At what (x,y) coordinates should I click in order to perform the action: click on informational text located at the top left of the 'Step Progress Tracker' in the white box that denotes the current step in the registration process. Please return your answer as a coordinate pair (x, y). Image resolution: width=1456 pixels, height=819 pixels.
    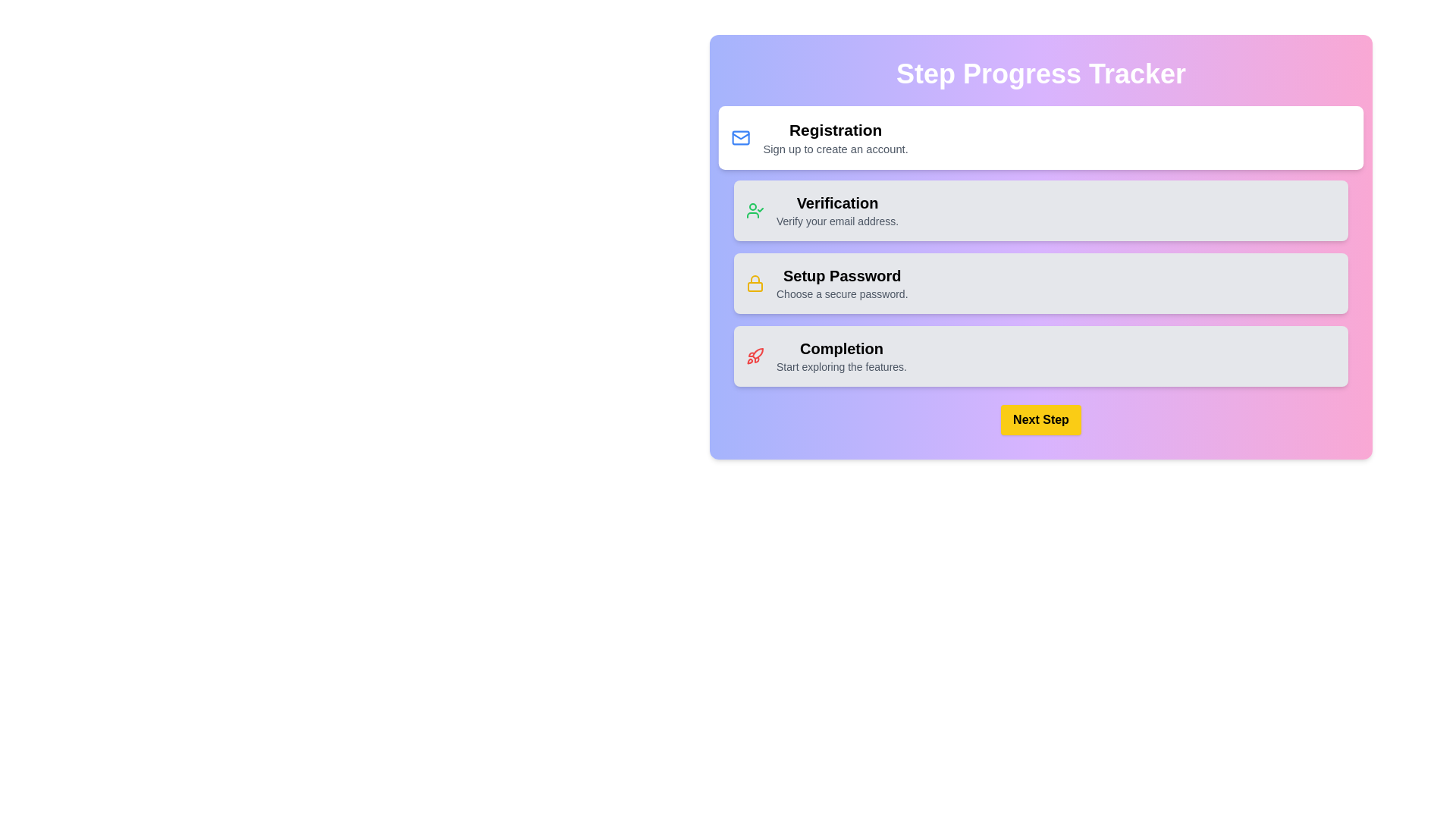
    Looking at the image, I should click on (835, 137).